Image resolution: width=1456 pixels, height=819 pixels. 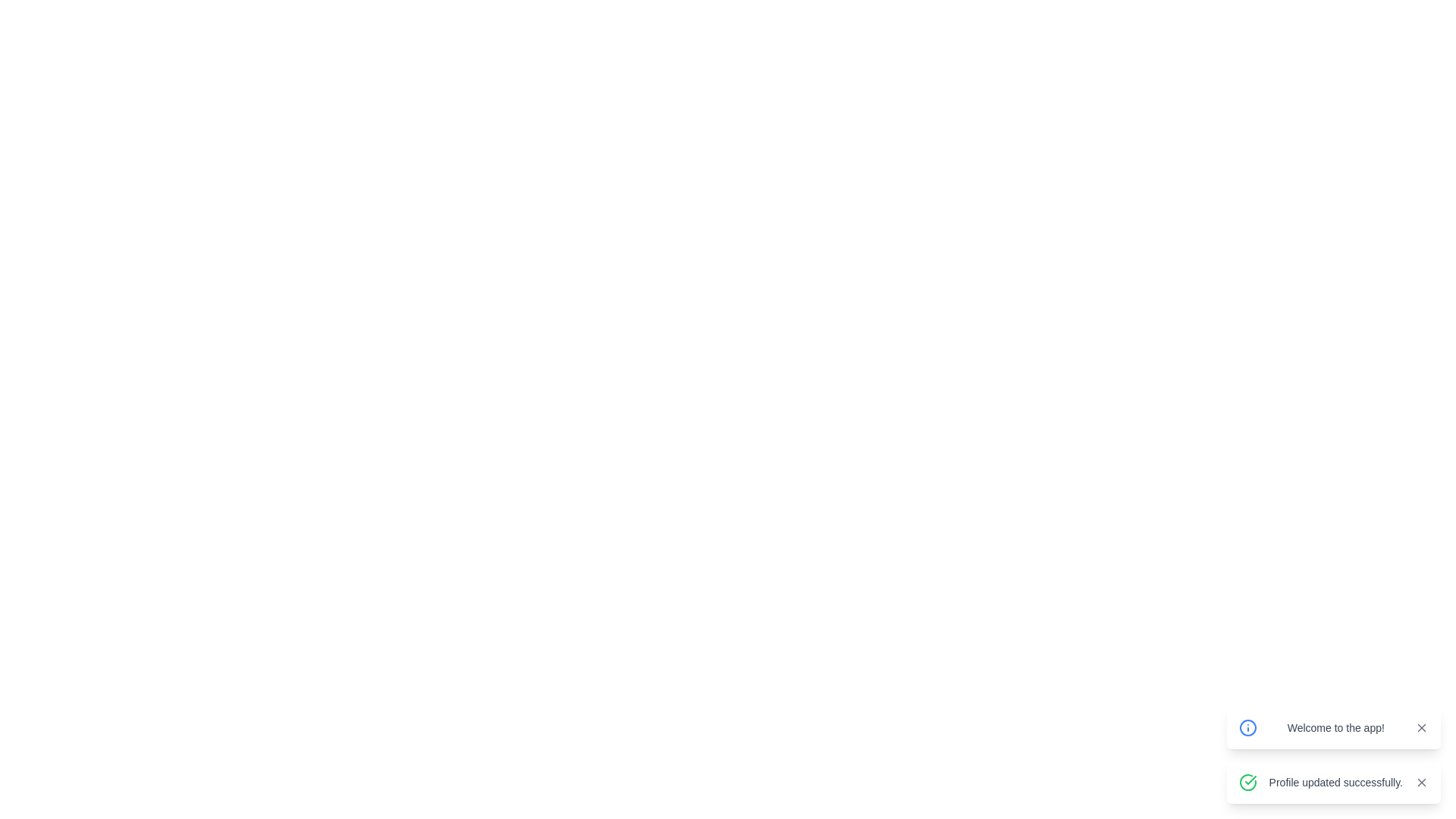 I want to click on the green checkmark symbol indicating a successful action, located in the bottom-right corner of the interface adjacent to the 'Profile updated successfully' banner, so click(x=1250, y=780).